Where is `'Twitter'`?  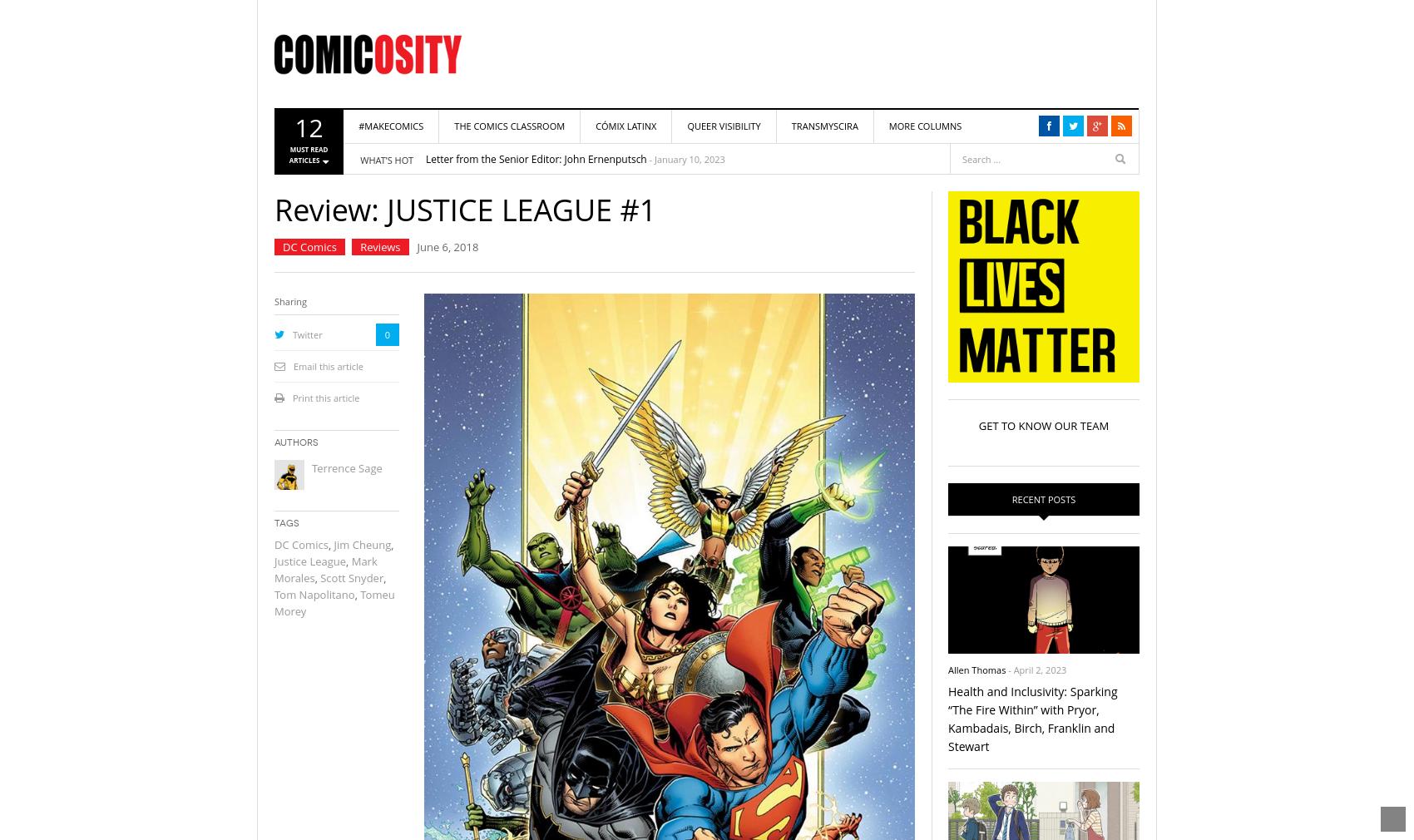
'Twitter' is located at coordinates (306, 334).